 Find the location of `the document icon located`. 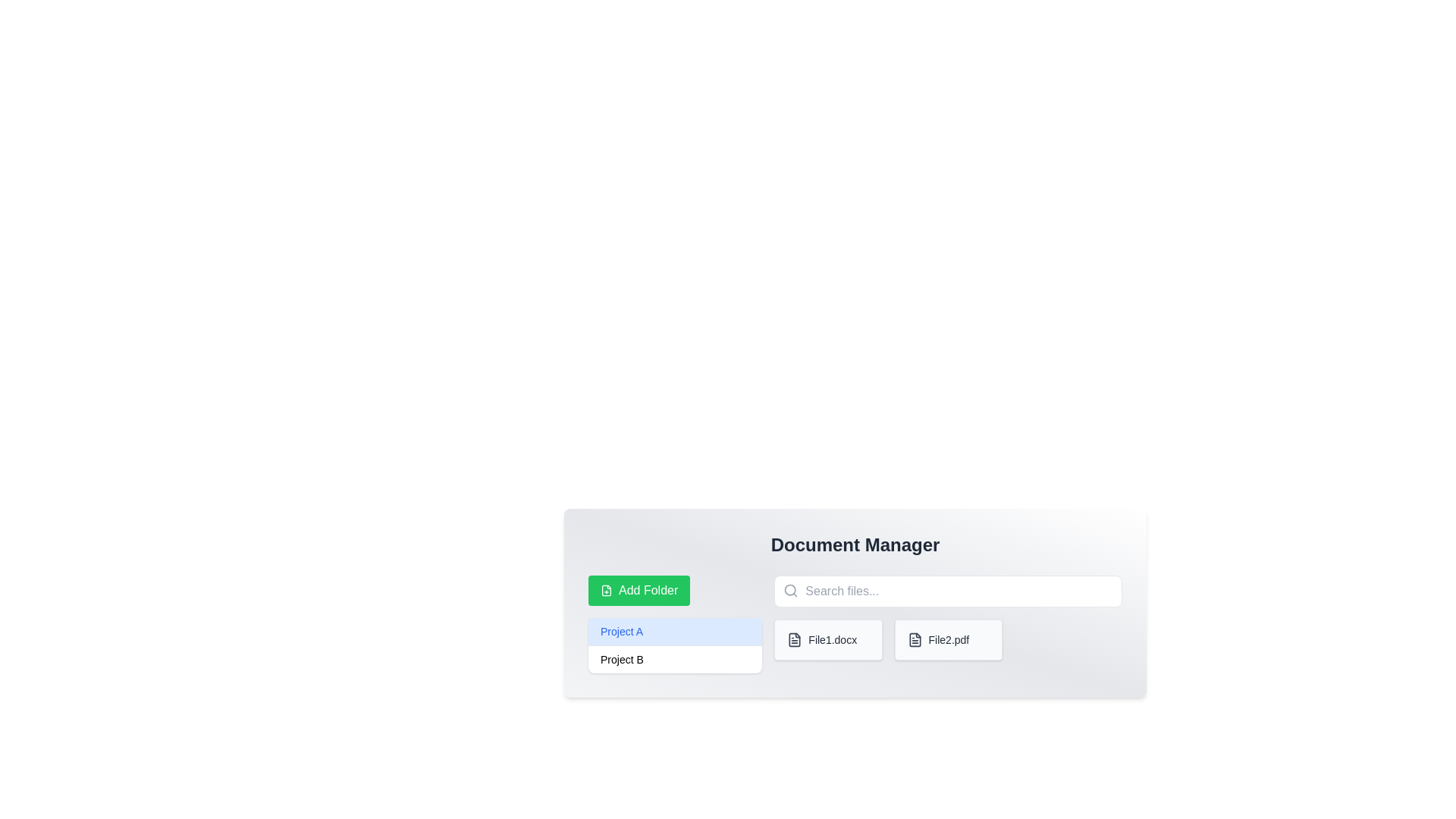

the document icon located is located at coordinates (793, 640).